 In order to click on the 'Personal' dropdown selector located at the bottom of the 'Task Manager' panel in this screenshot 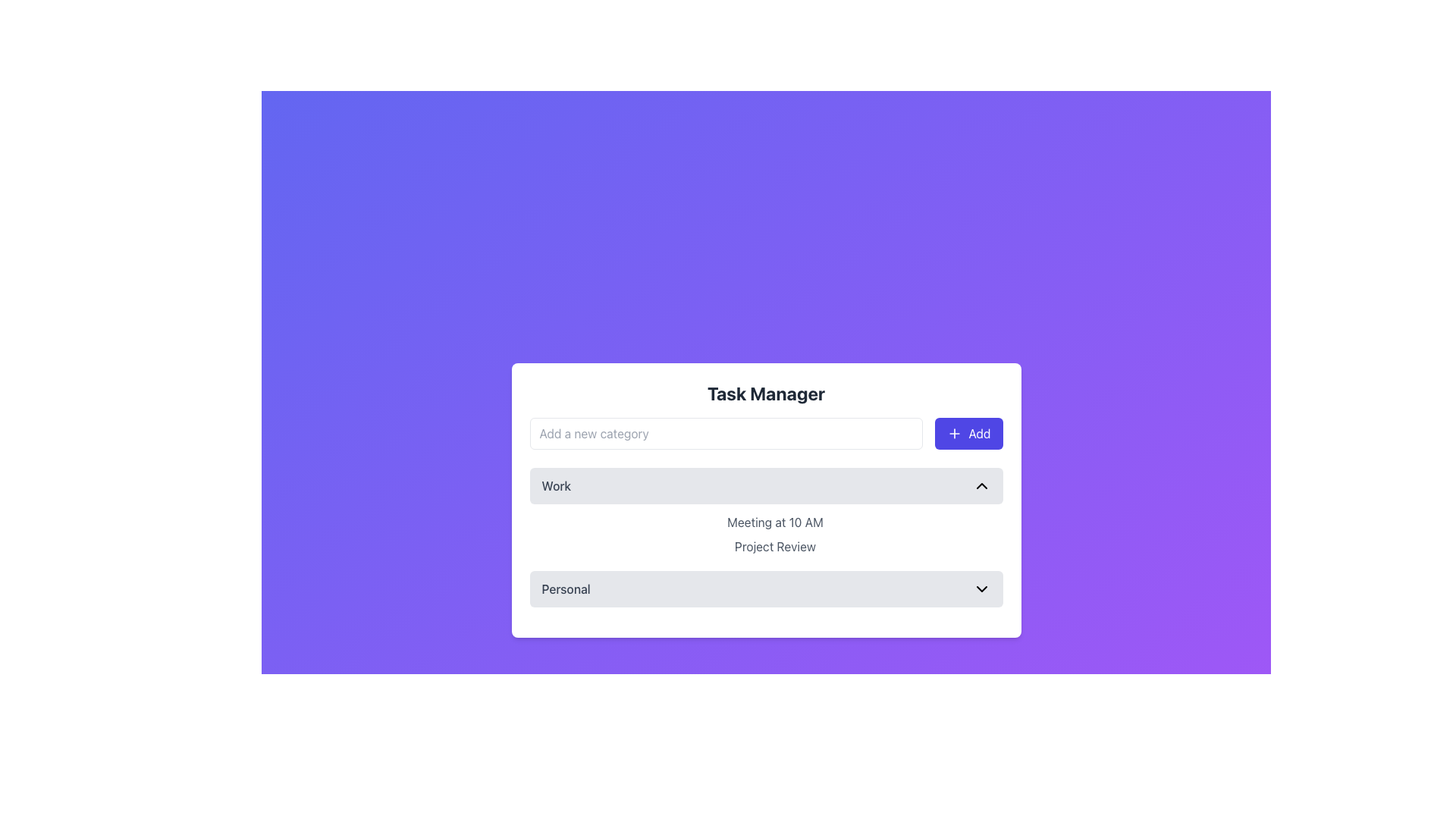, I will do `click(766, 588)`.